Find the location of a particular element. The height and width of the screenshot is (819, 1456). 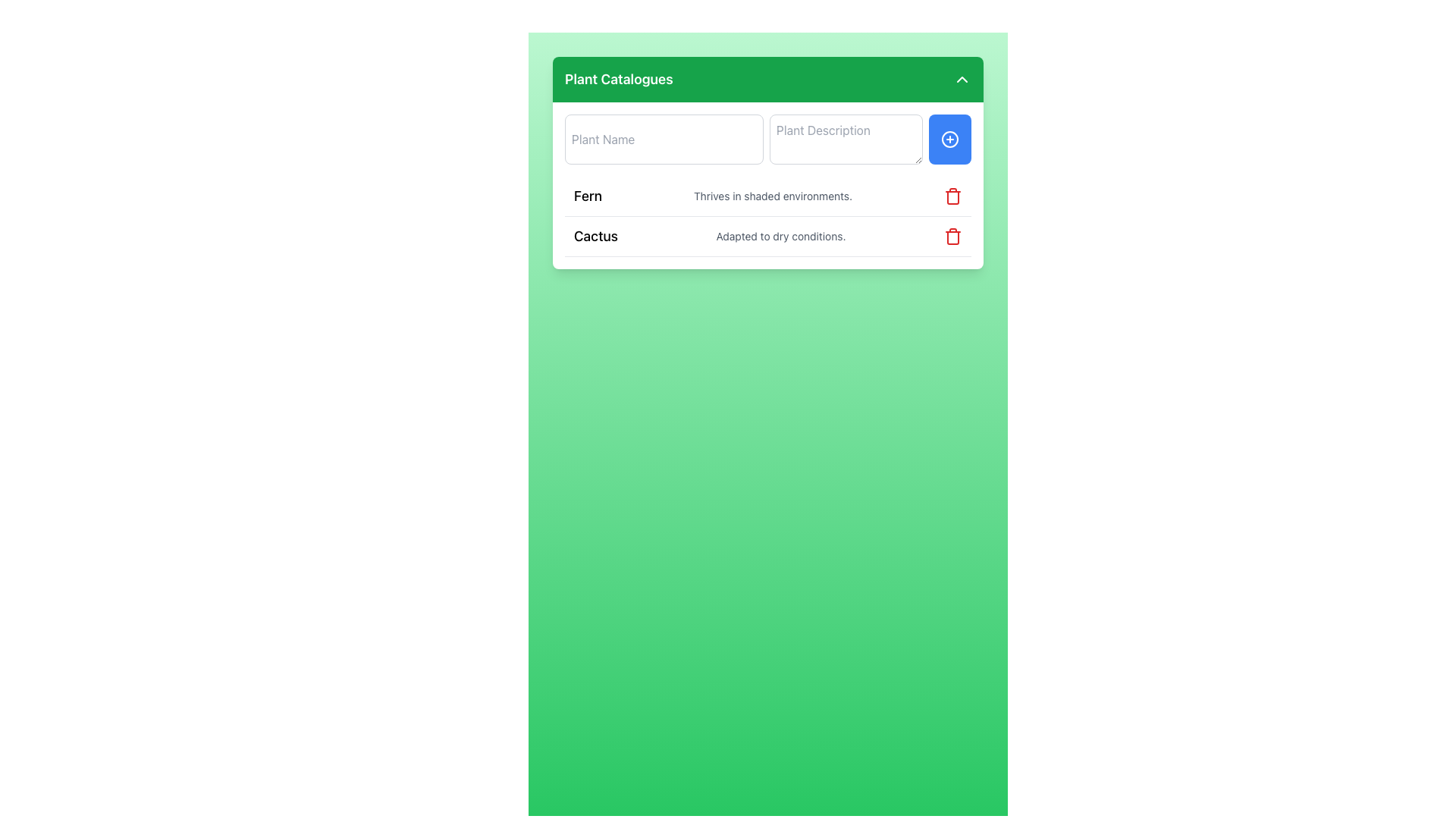

the second item in the plant catalog list, which represents 'Cactus' with a description of 'Adapted to dry conditions.' is located at coordinates (767, 237).